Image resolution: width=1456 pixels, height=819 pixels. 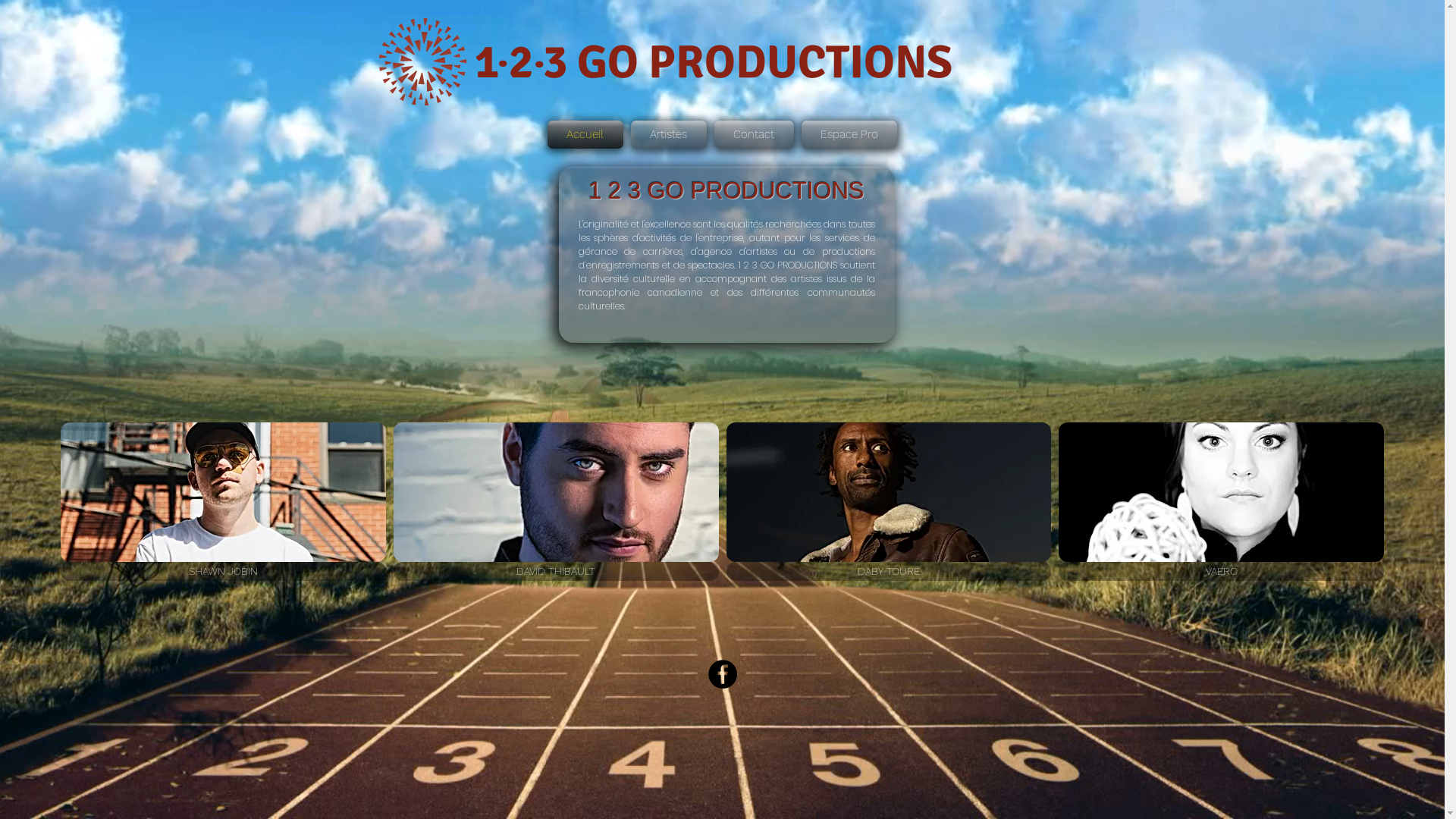 I want to click on 'Espace Pro', so click(x=846, y=133).